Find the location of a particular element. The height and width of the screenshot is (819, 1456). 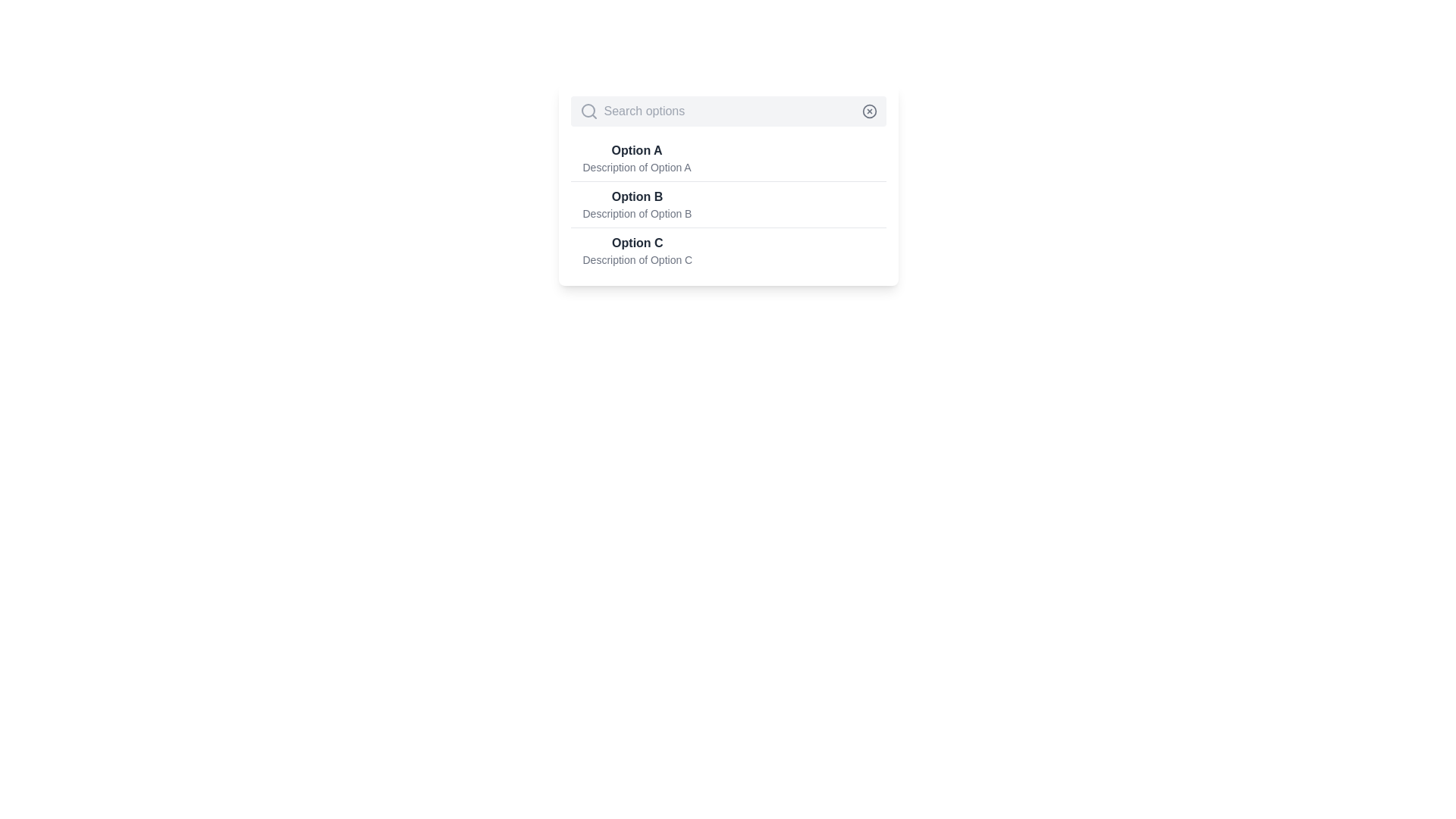

the search action icon located at the left side of the dropdown menu, adjacent to the 'Search options' input field is located at coordinates (588, 110).